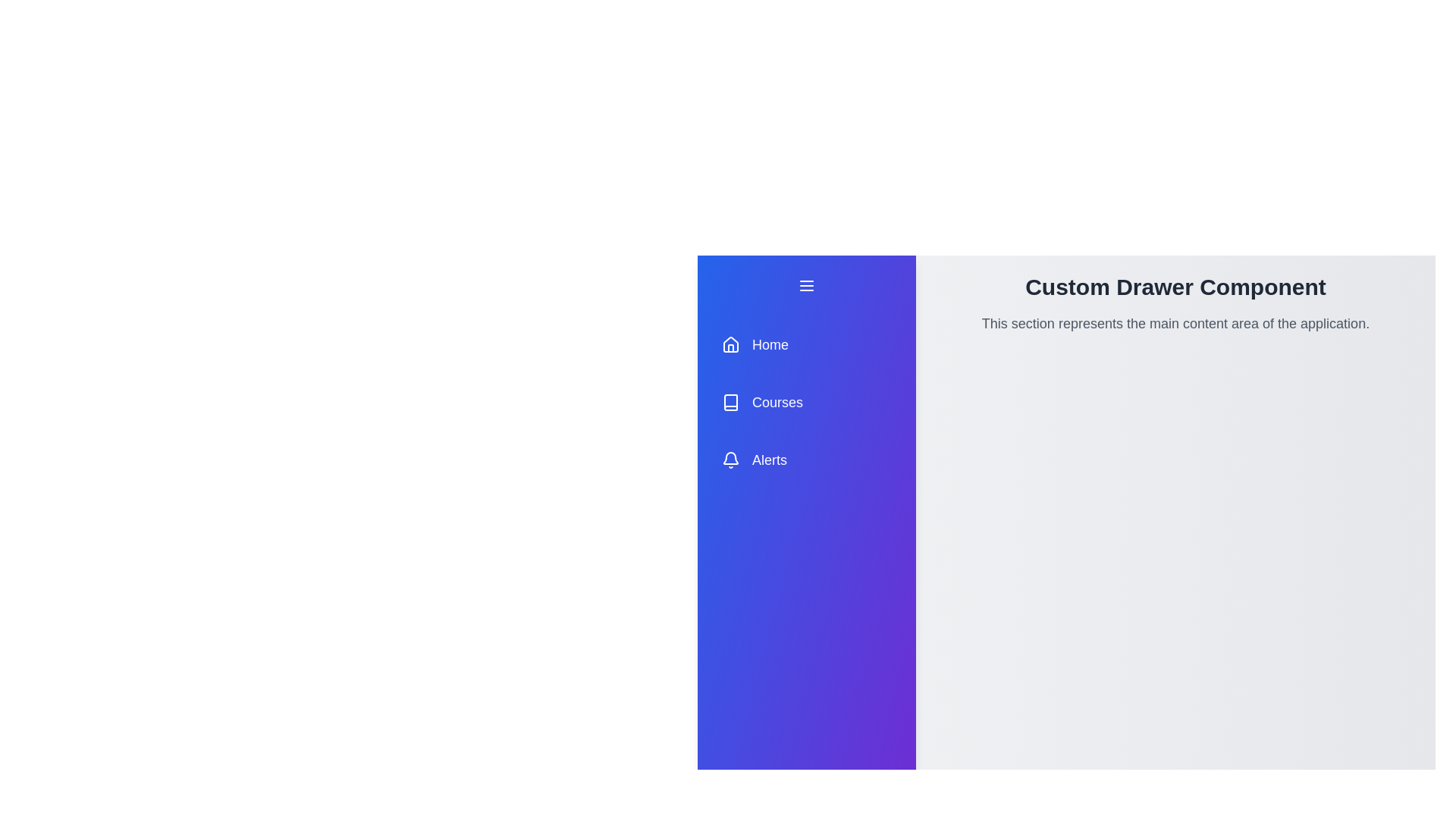 Image resolution: width=1456 pixels, height=819 pixels. I want to click on the menu button to toggle the drawer state, so click(806, 286).